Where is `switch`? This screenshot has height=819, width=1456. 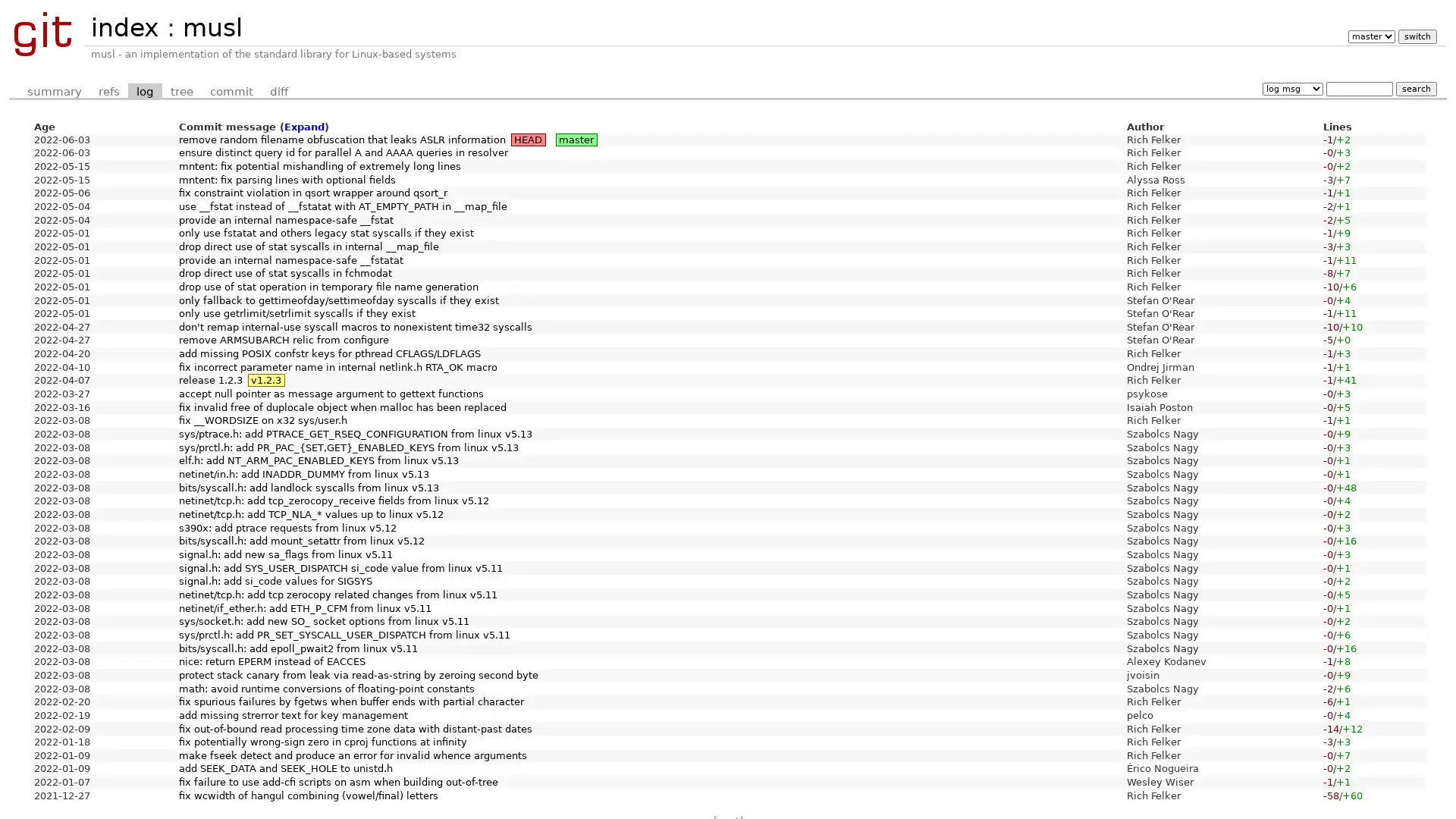 switch is located at coordinates (1416, 36).